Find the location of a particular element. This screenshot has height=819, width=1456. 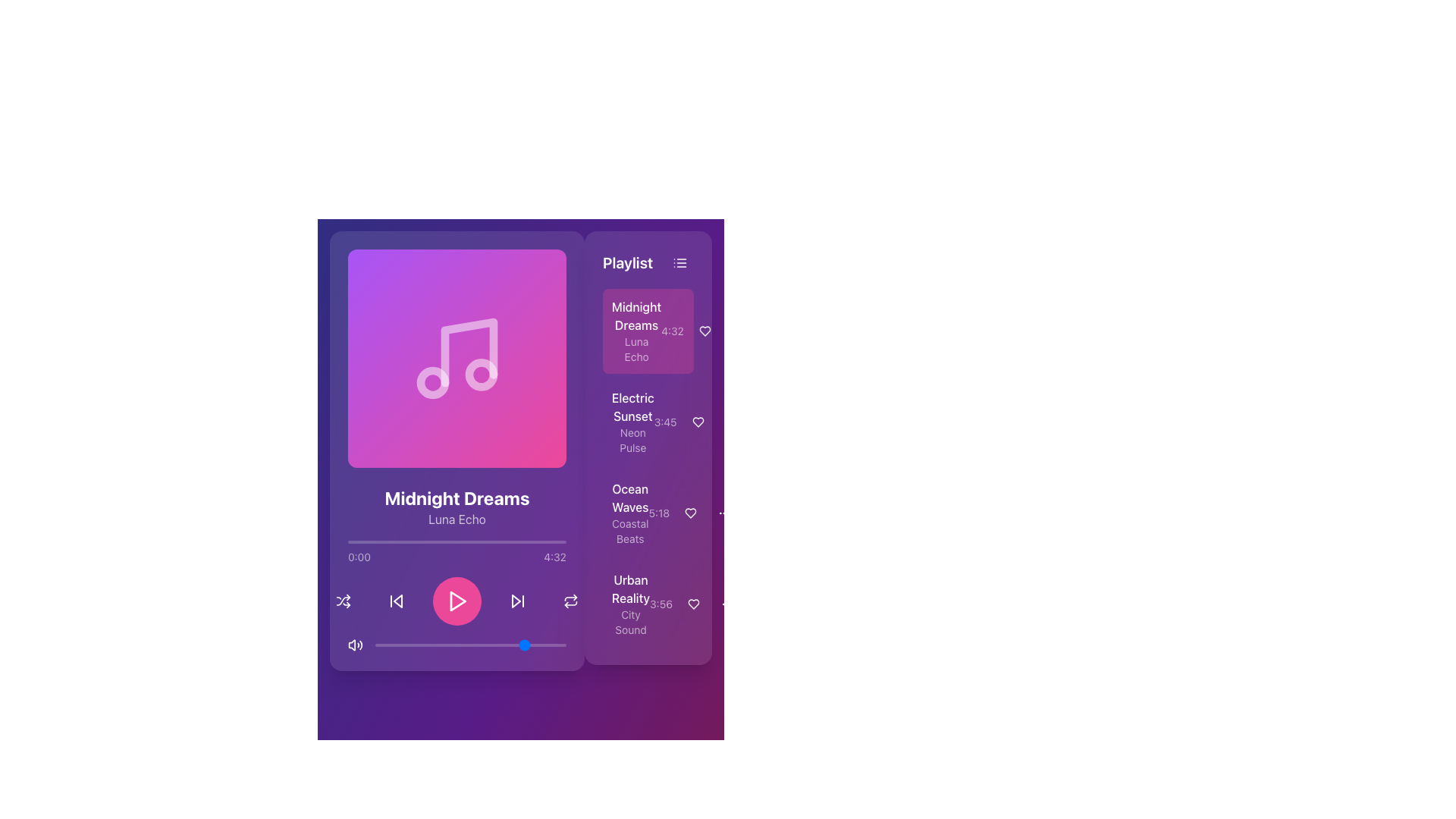

the static text element displaying 'Midnight Dreams' which is styled in bold, white font against a purple background, positioned centrally at the top of the playlist entry is located at coordinates (636, 315).